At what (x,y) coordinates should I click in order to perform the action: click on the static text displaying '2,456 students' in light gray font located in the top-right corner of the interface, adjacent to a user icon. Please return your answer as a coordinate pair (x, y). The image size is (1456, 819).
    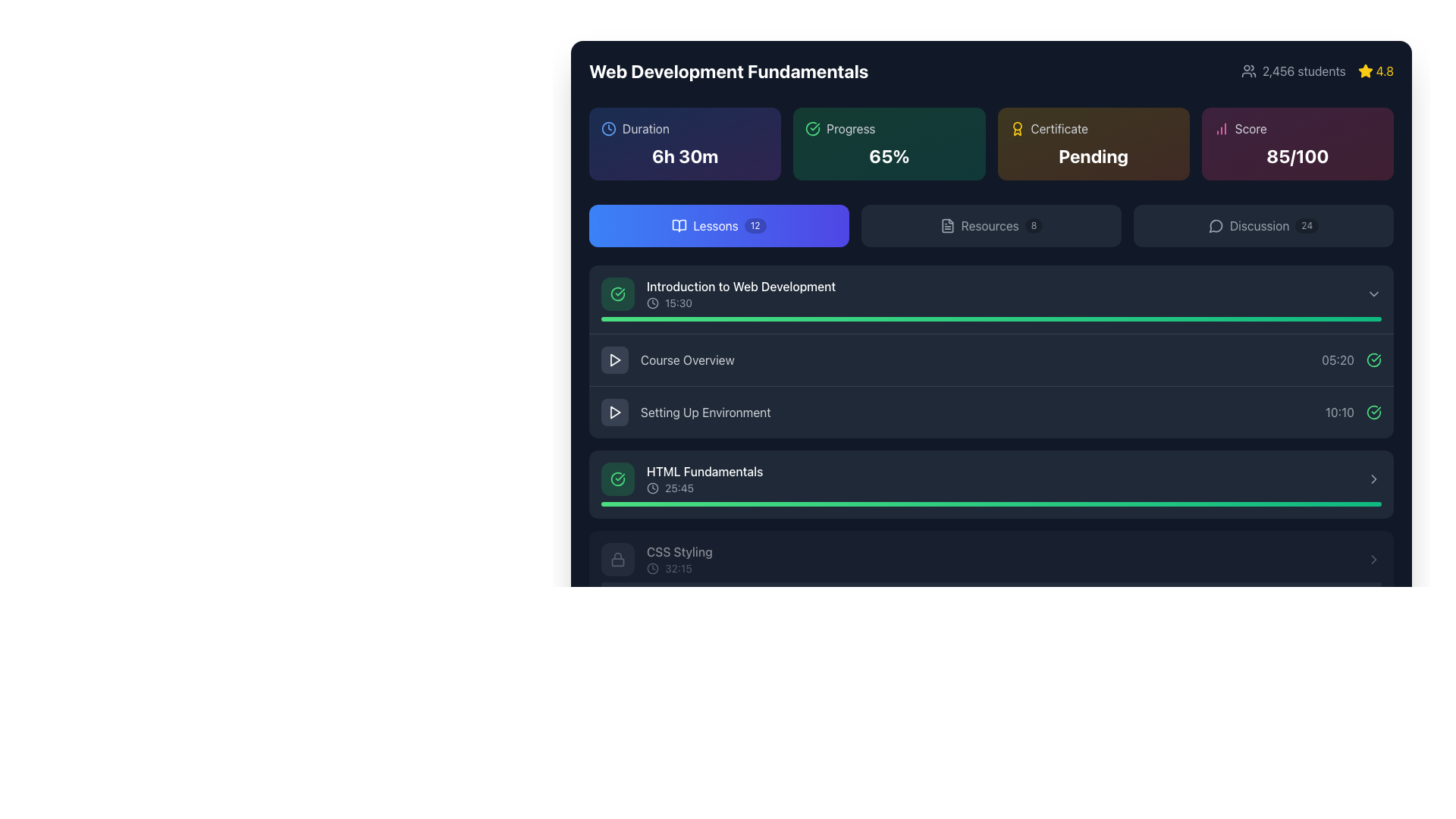
    Looking at the image, I should click on (1303, 71).